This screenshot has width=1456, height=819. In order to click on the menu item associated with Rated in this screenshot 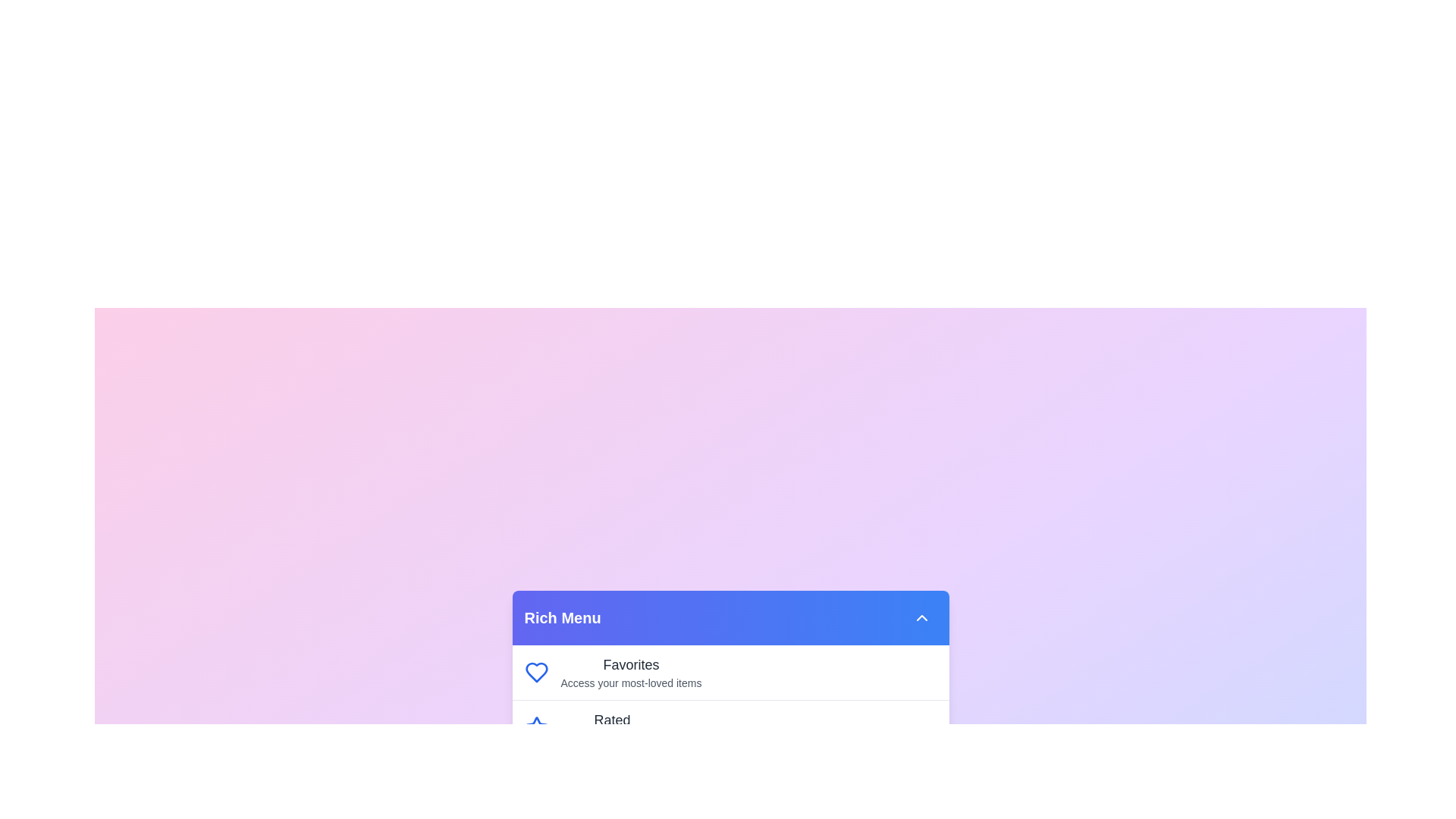, I will do `click(536, 727)`.